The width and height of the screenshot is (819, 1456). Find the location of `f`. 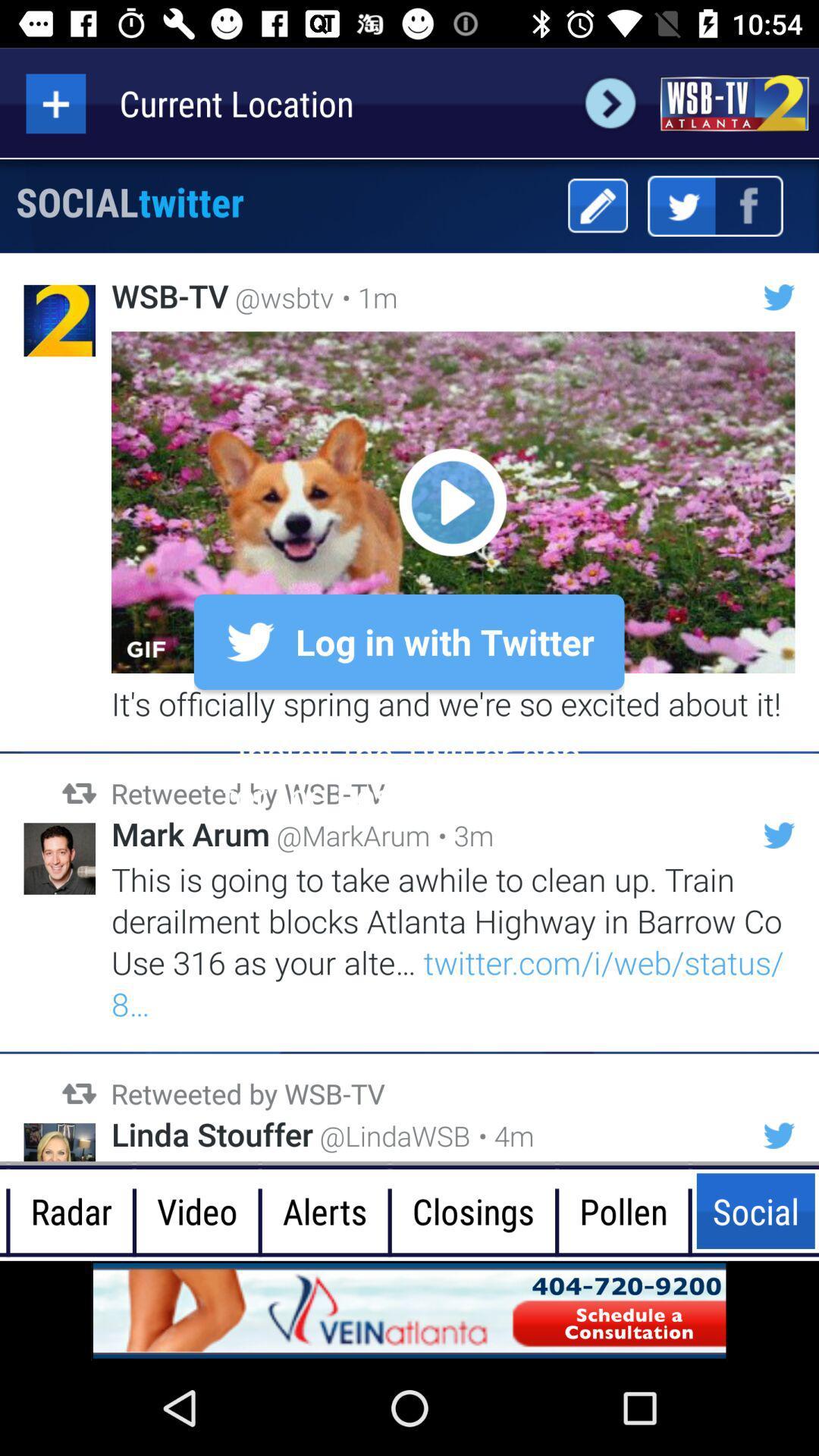

f is located at coordinates (748, 206).